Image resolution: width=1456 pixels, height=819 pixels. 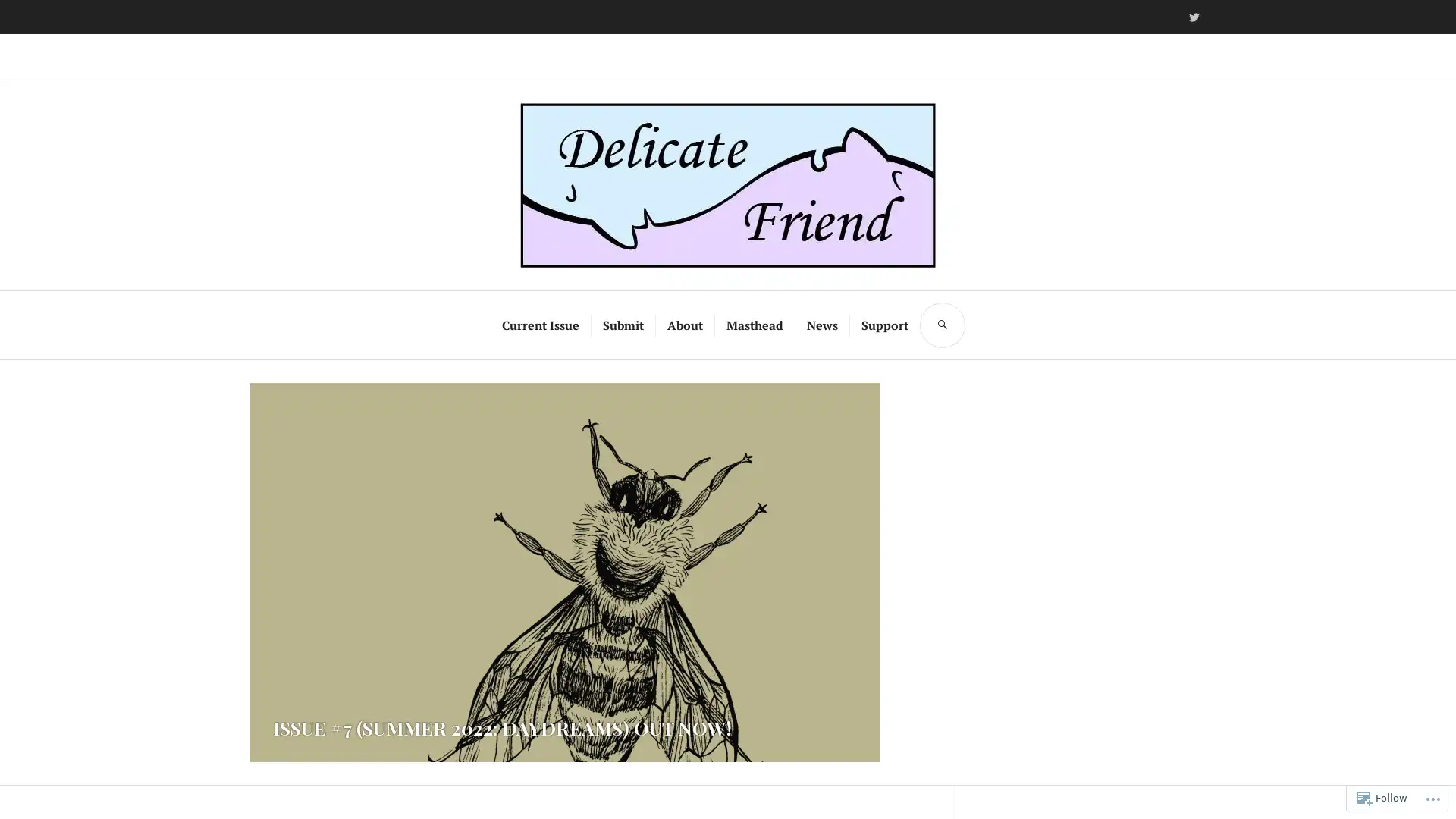 I want to click on SEARCH, so click(x=942, y=312).